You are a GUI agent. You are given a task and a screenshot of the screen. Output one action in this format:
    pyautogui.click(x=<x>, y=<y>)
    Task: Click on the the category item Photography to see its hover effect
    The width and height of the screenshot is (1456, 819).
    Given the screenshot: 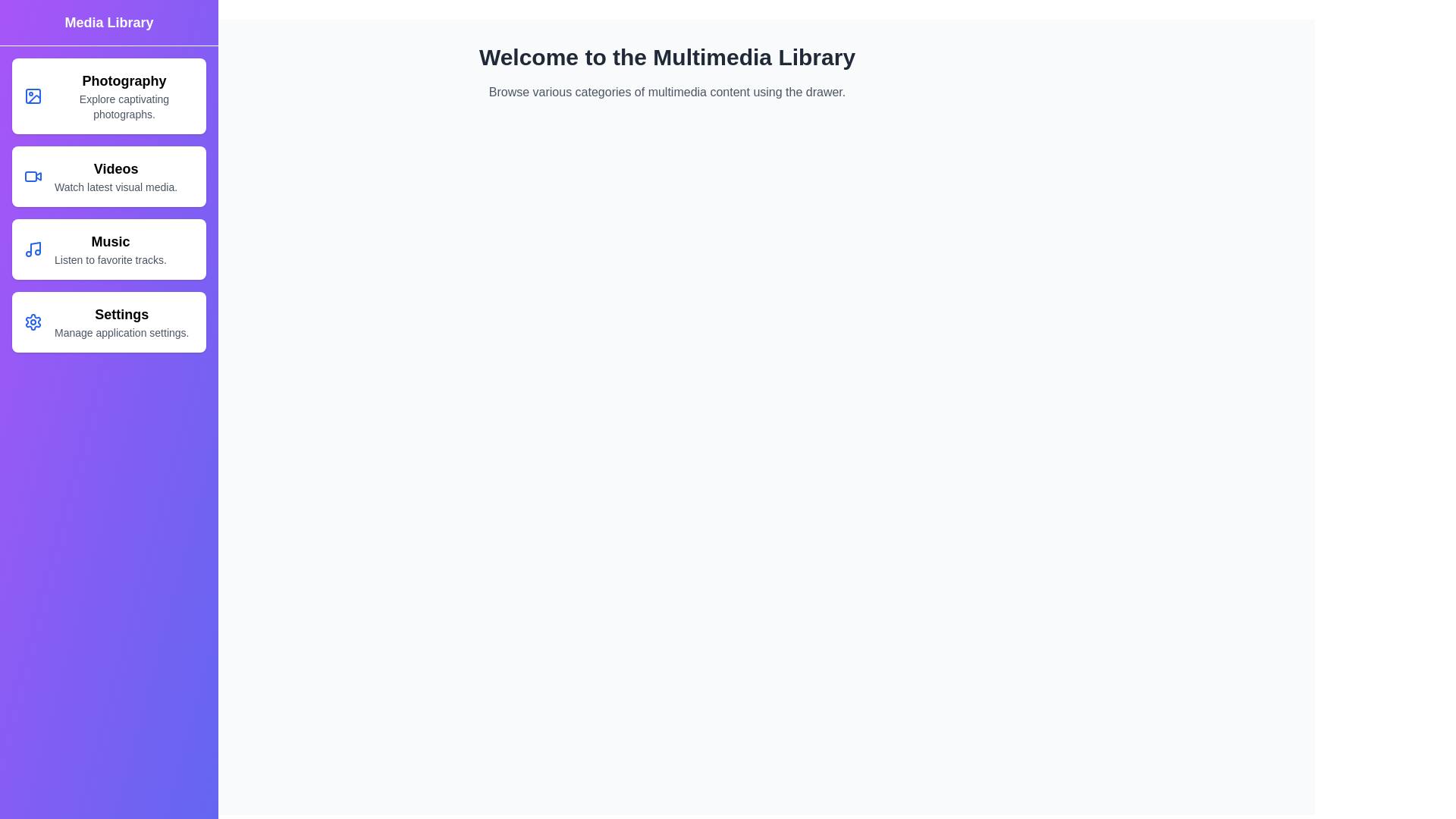 What is the action you would take?
    pyautogui.click(x=108, y=96)
    